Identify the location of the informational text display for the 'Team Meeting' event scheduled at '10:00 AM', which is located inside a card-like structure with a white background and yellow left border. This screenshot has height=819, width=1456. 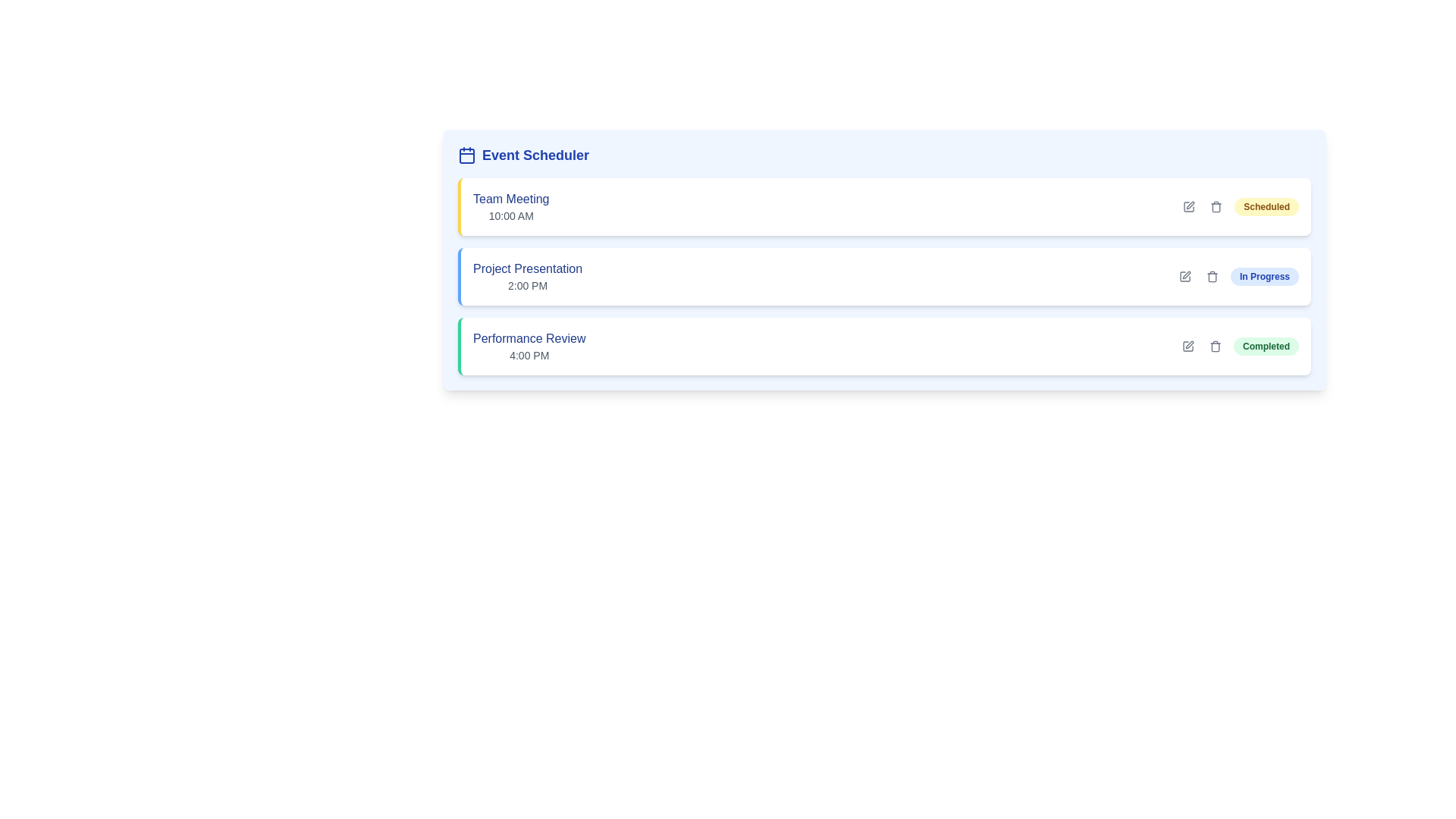
(511, 207).